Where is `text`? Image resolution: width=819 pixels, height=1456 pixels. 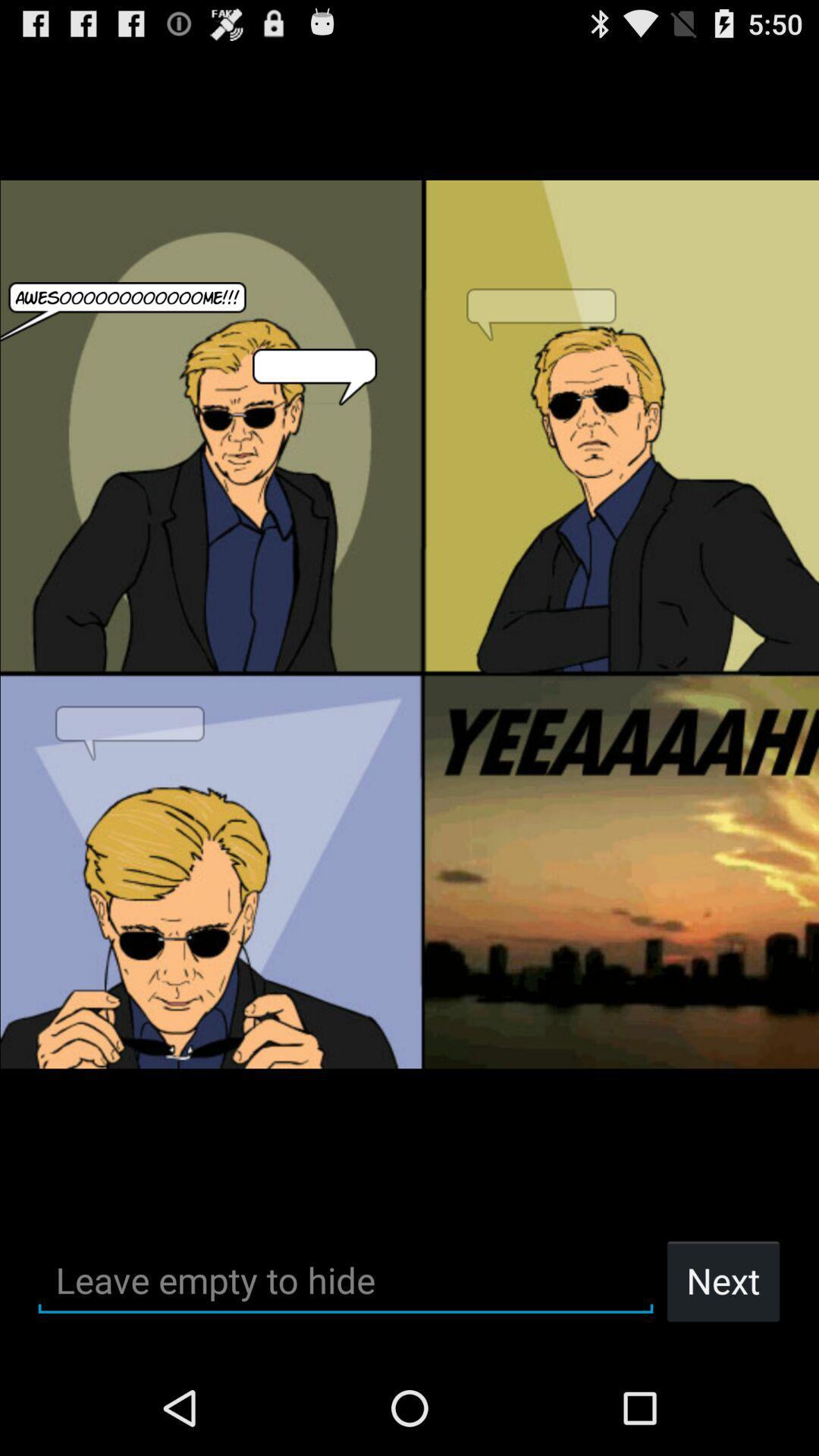 text is located at coordinates (345, 1280).